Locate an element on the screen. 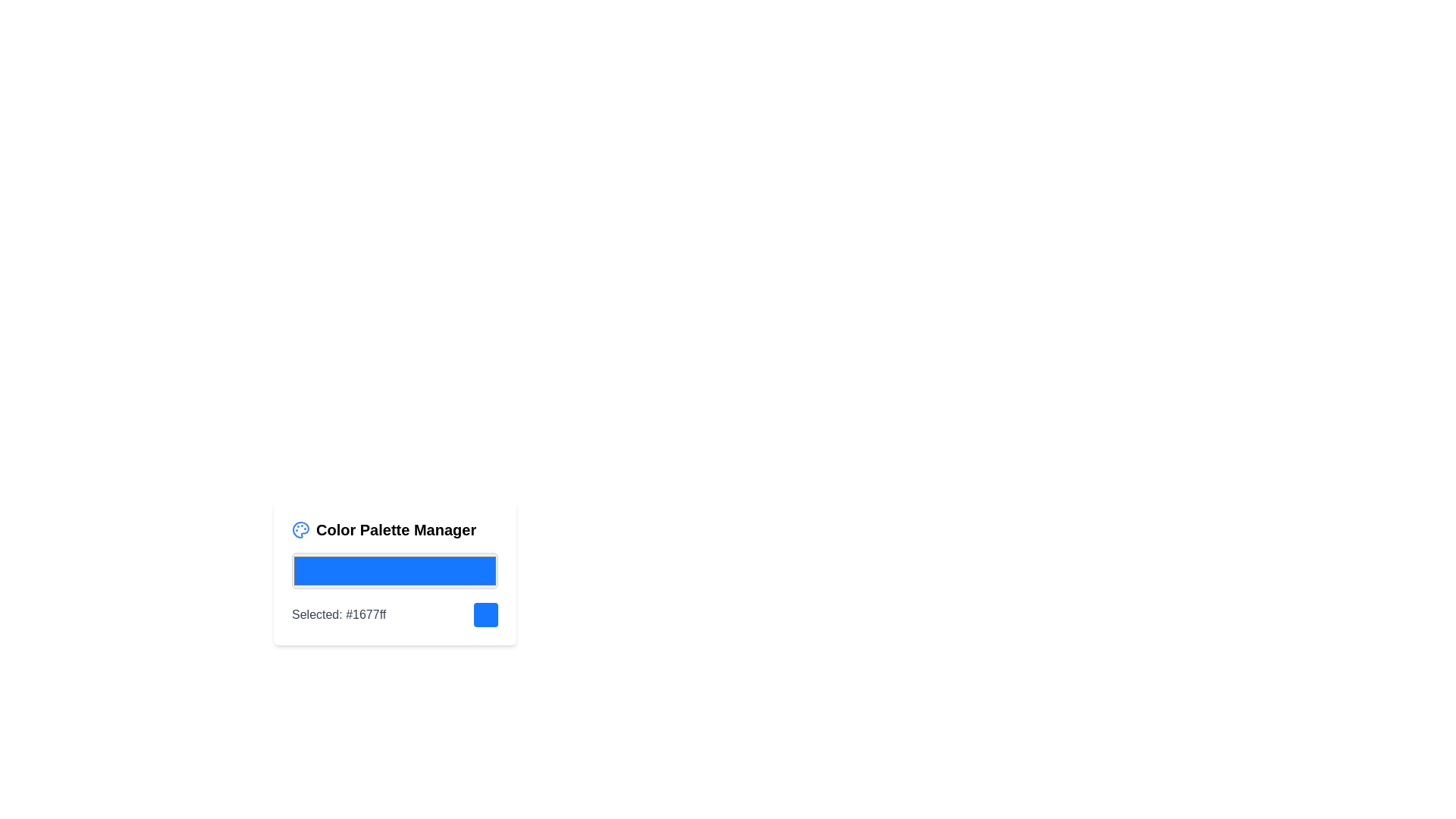 Image resolution: width=1456 pixels, height=819 pixels. the painter's palette icon, which is a circular blue icon with paint spots, located within the 'Color Palette Manager' component is located at coordinates (301, 529).